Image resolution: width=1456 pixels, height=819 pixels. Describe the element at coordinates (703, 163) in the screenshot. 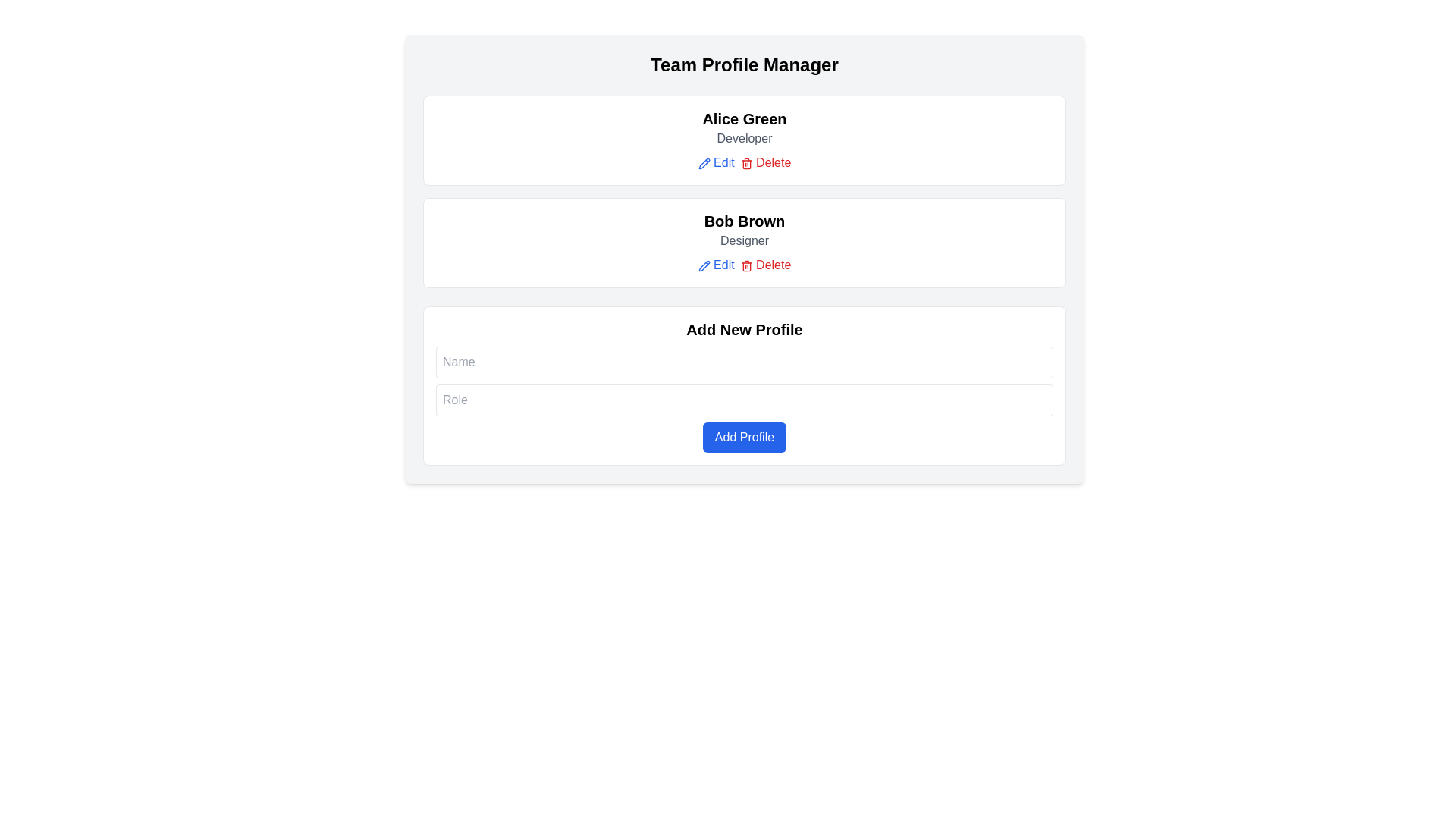

I see `the 'Edit' icon located in the upper profile section next to the name 'Alice Green'` at that location.